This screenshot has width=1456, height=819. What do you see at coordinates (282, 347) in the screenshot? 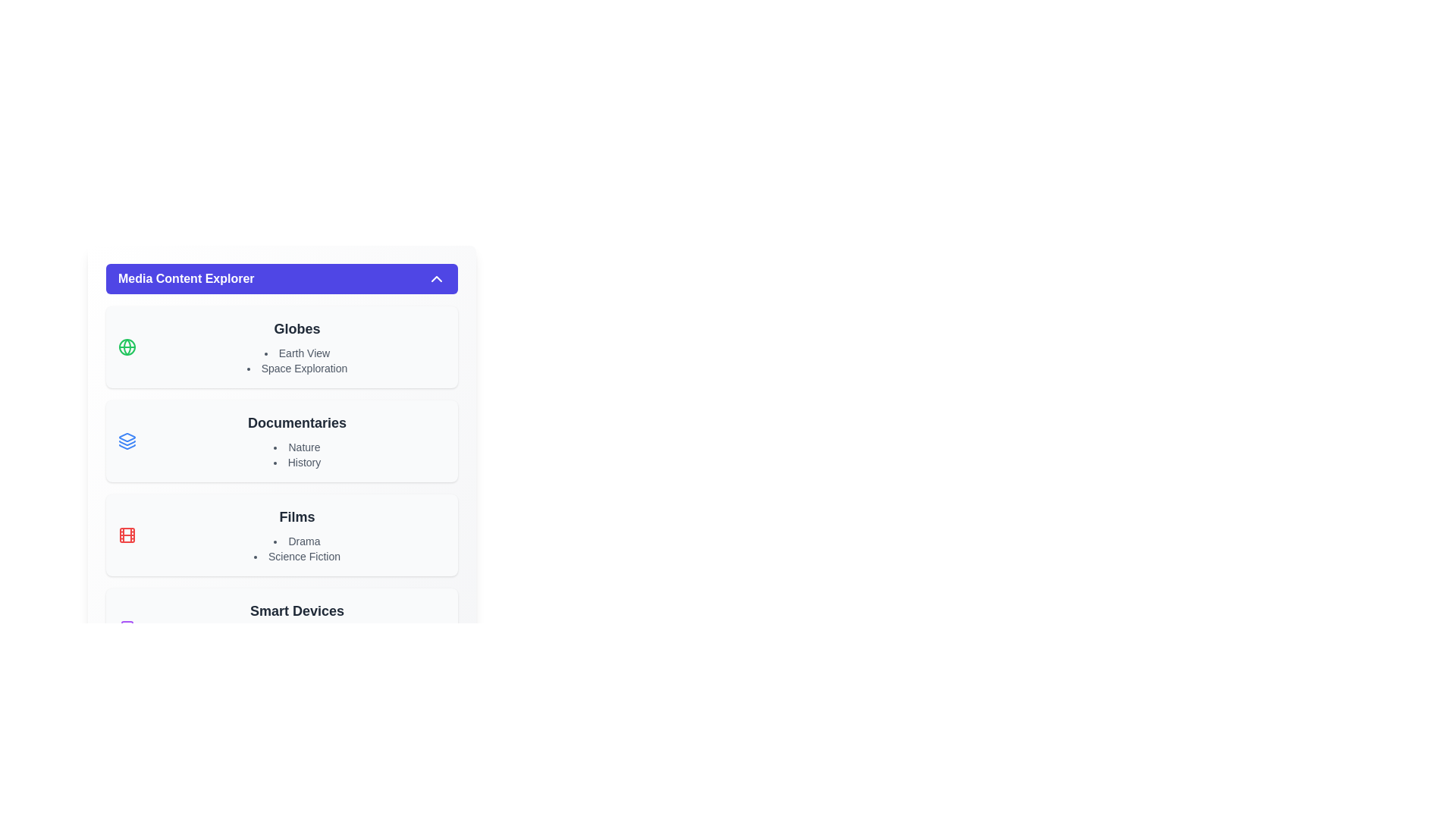
I see `the section titled 'Globes' which features a green globe icon and lists 'Earth View' and 'Space Exploration'` at bounding box center [282, 347].